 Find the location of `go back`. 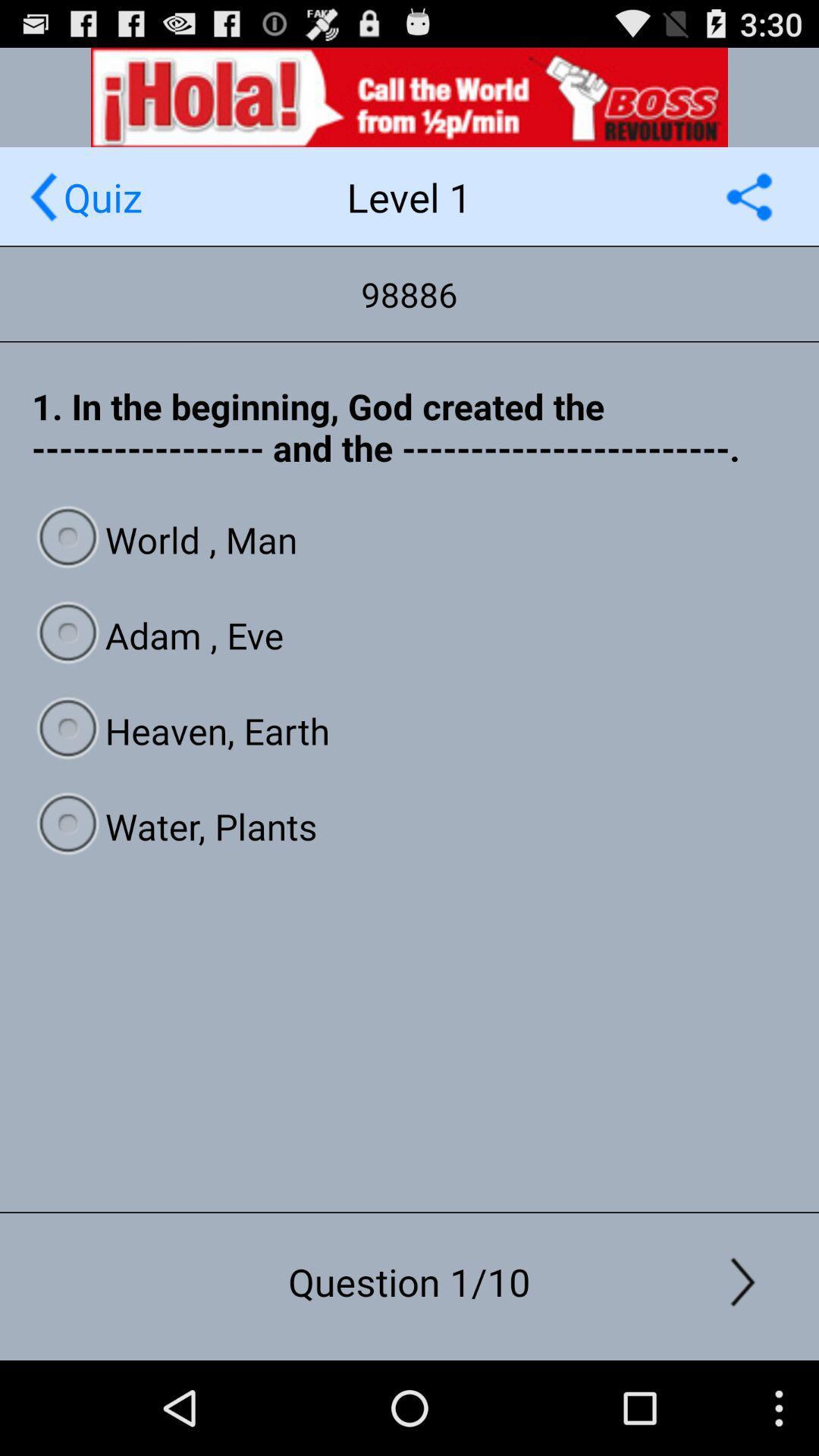

go back is located at coordinates (42, 196).